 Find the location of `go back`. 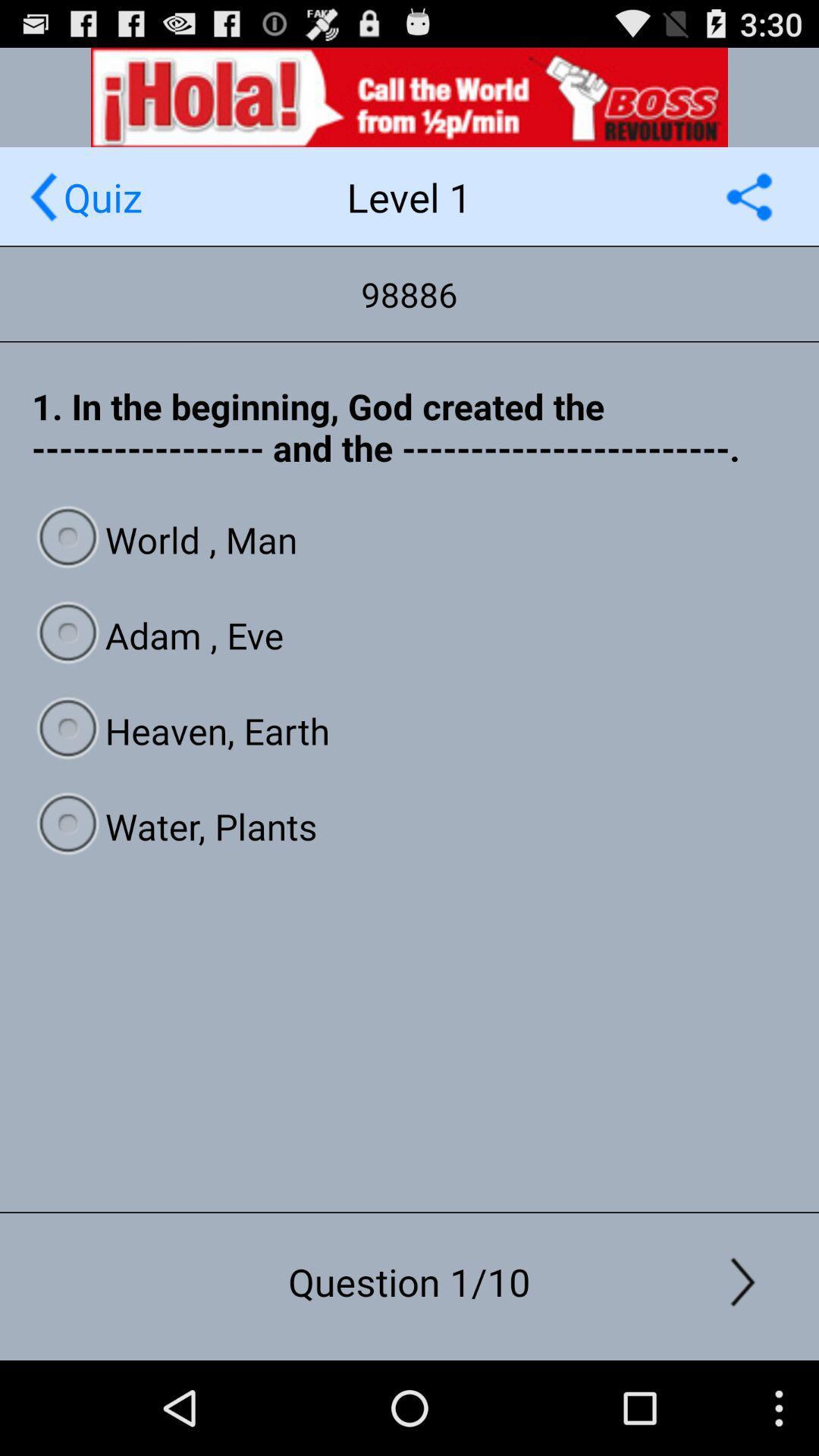

go back is located at coordinates (42, 196).